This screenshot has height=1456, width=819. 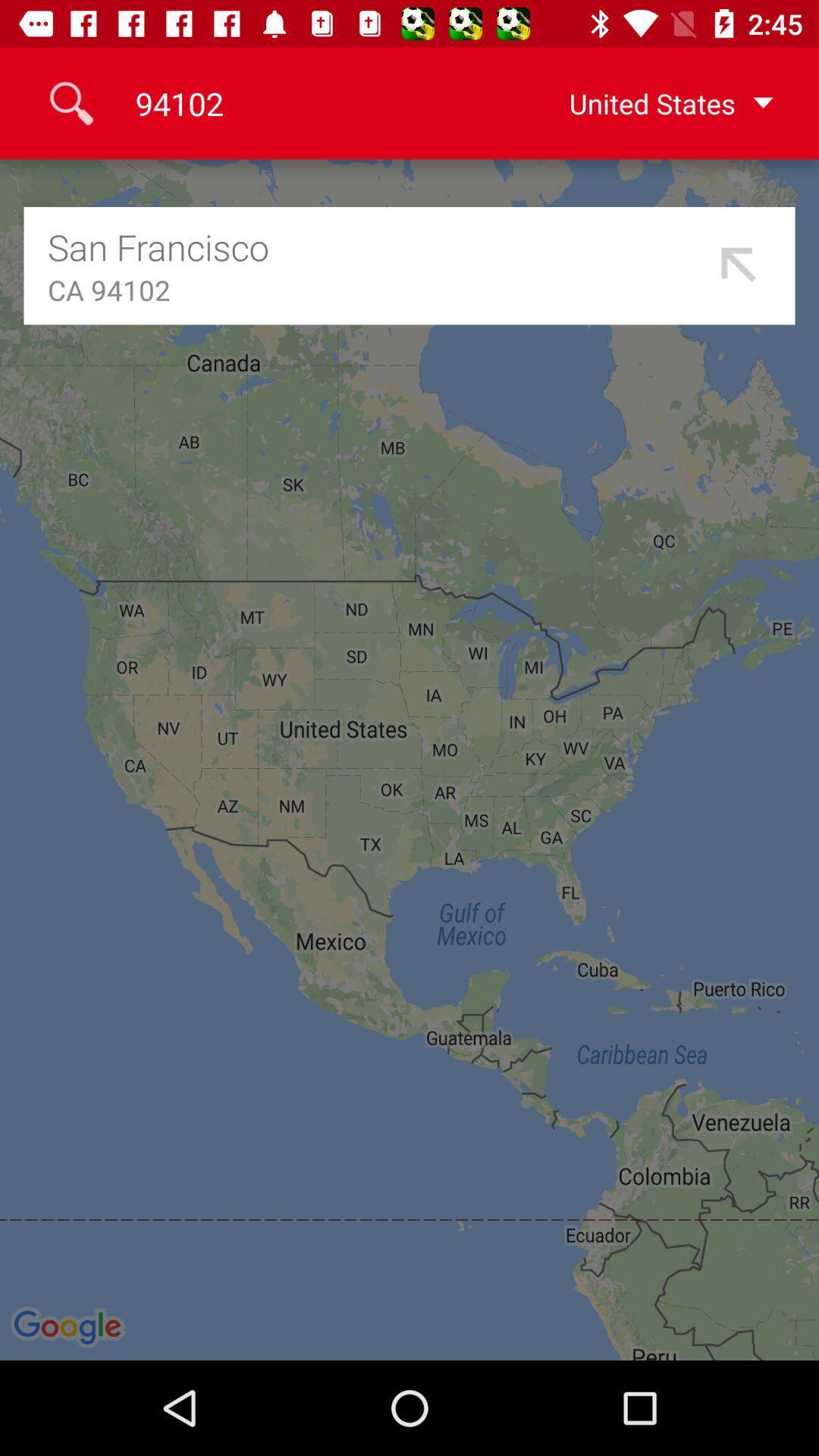 What do you see at coordinates (376, 290) in the screenshot?
I see `icon below san francisco icon` at bounding box center [376, 290].